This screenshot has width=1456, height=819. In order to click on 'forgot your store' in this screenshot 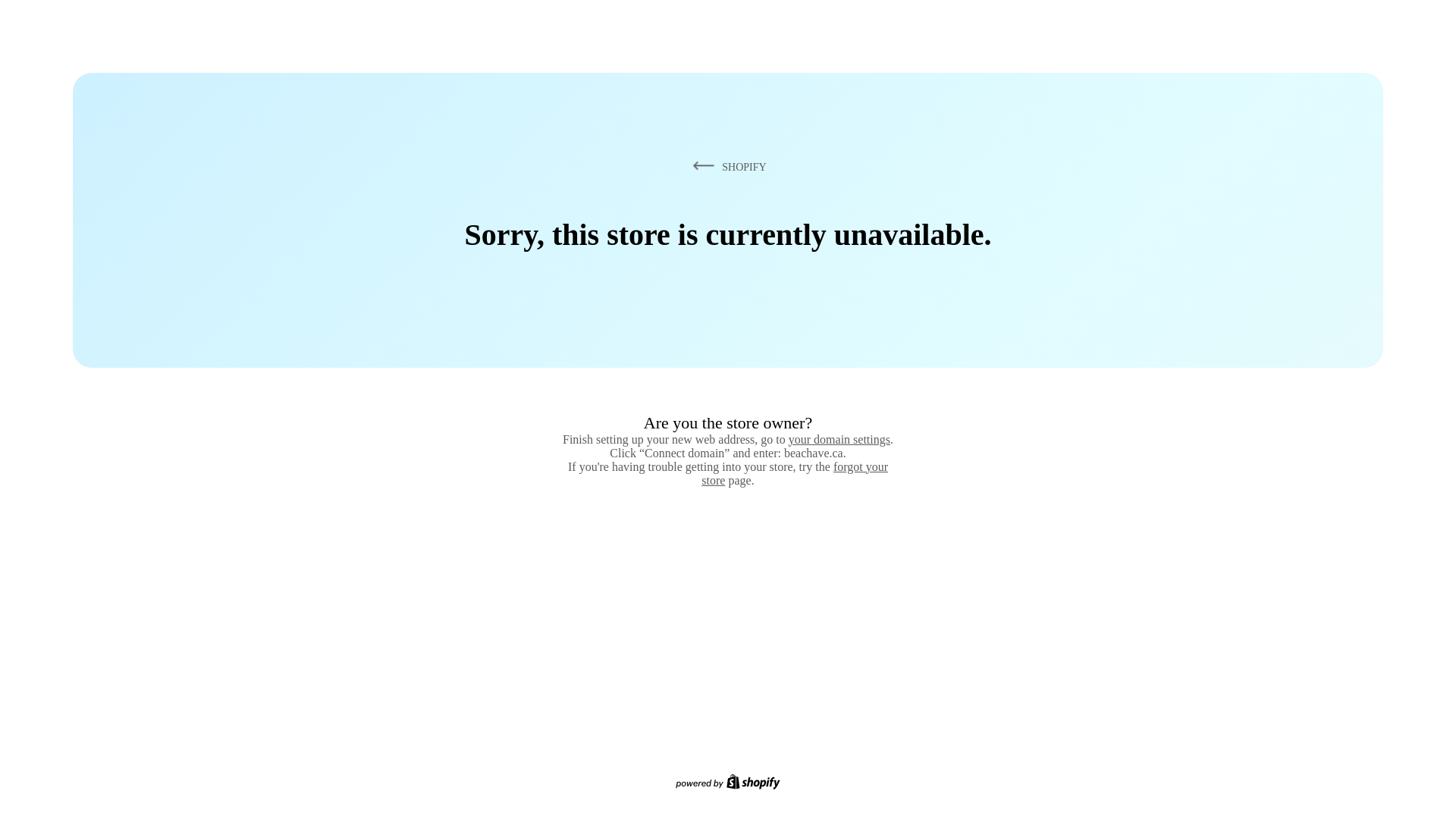, I will do `click(701, 472)`.